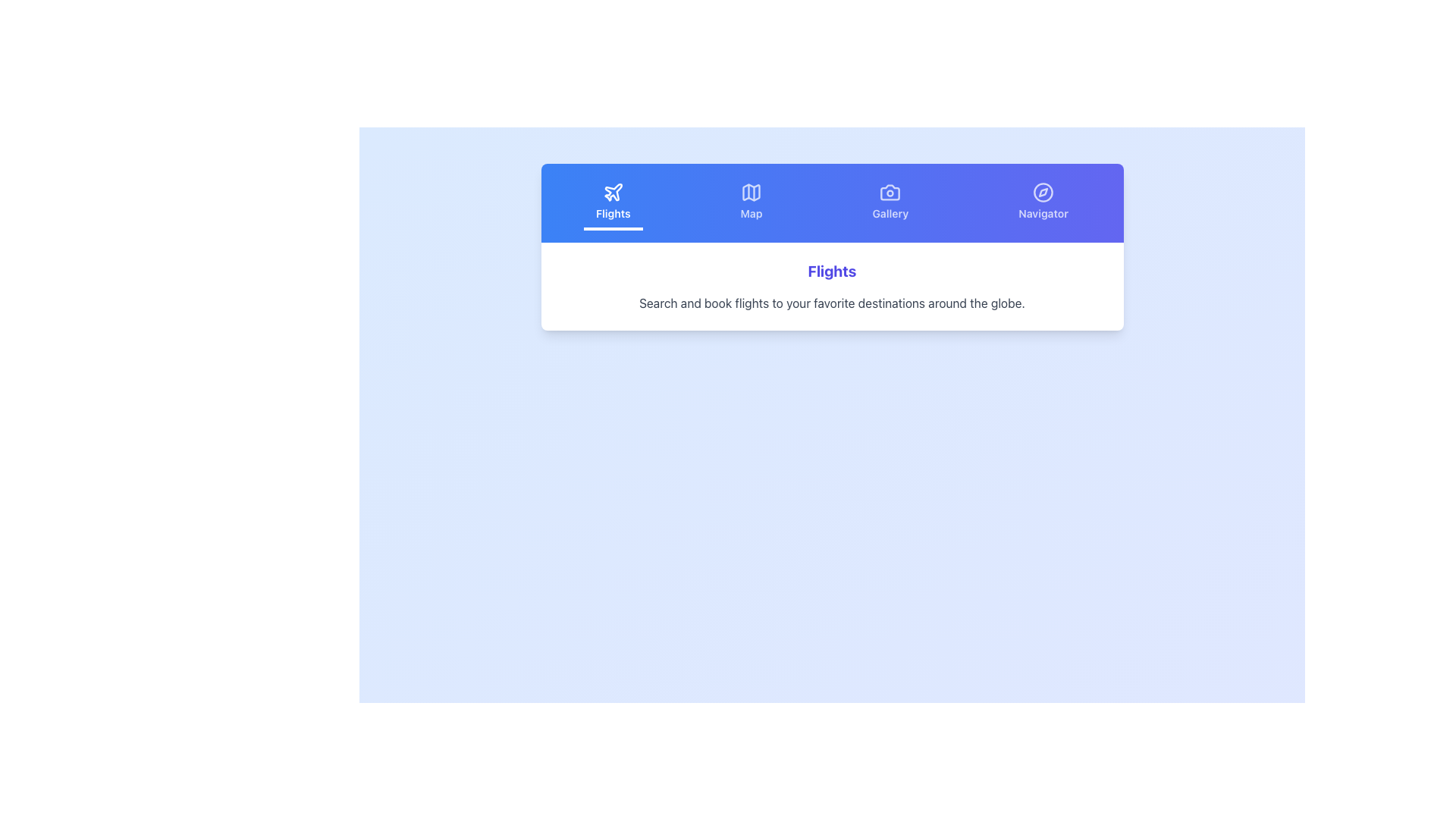 The height and width of the screenshot is (819, 1456). What do you see at coordinates (890, 202) in the screenshot?
I see `the 'Gallery' button located in the navigation bar, which has a camera icon above and is positioned between the 'Map' button and the 'Navigator' button` at bounding box center [890, 202].